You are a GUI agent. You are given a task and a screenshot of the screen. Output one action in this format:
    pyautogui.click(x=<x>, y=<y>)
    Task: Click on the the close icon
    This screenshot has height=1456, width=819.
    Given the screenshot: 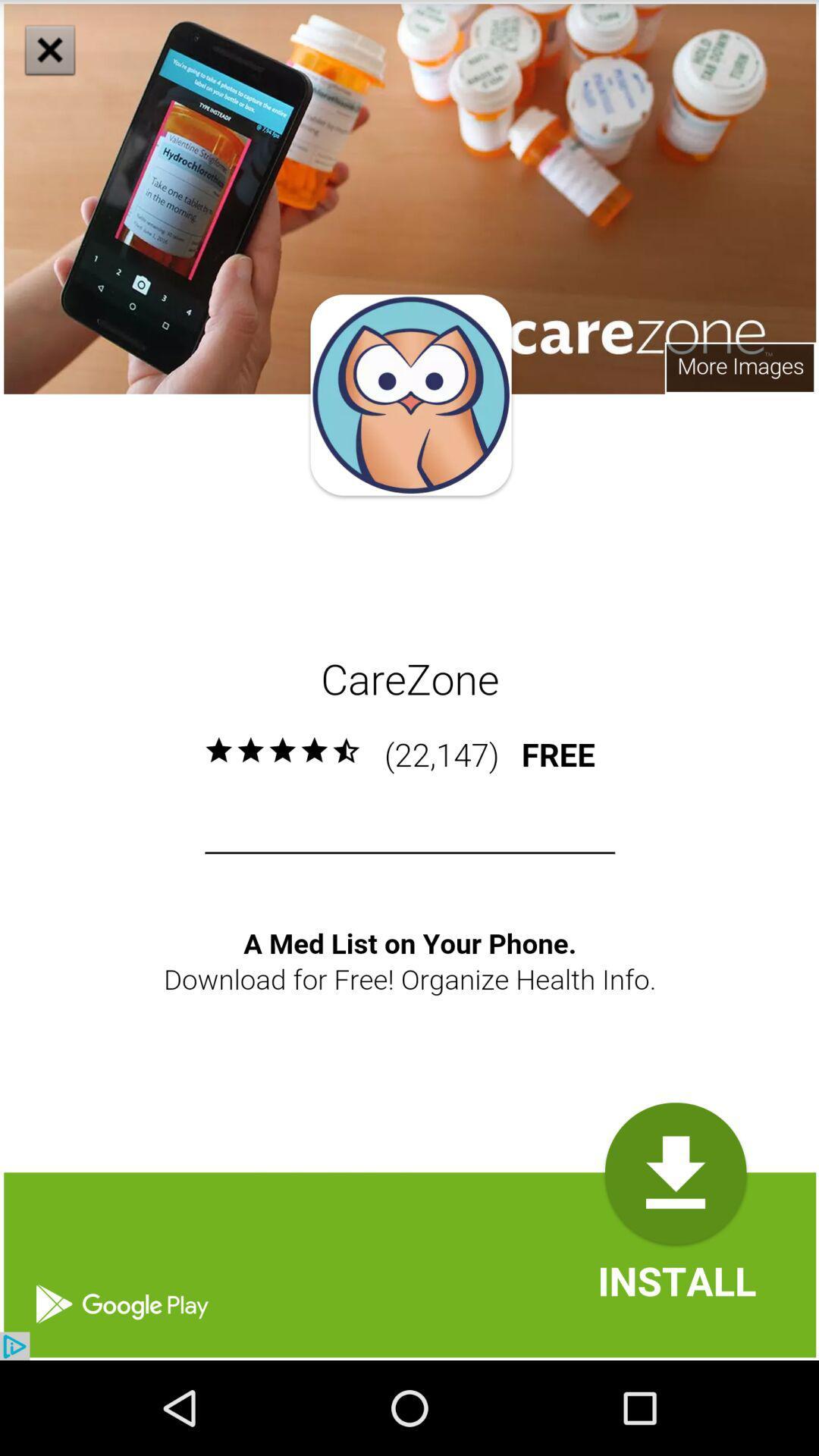 What is the action you would take?
    pyautogui.click(x=49, y=53)
    